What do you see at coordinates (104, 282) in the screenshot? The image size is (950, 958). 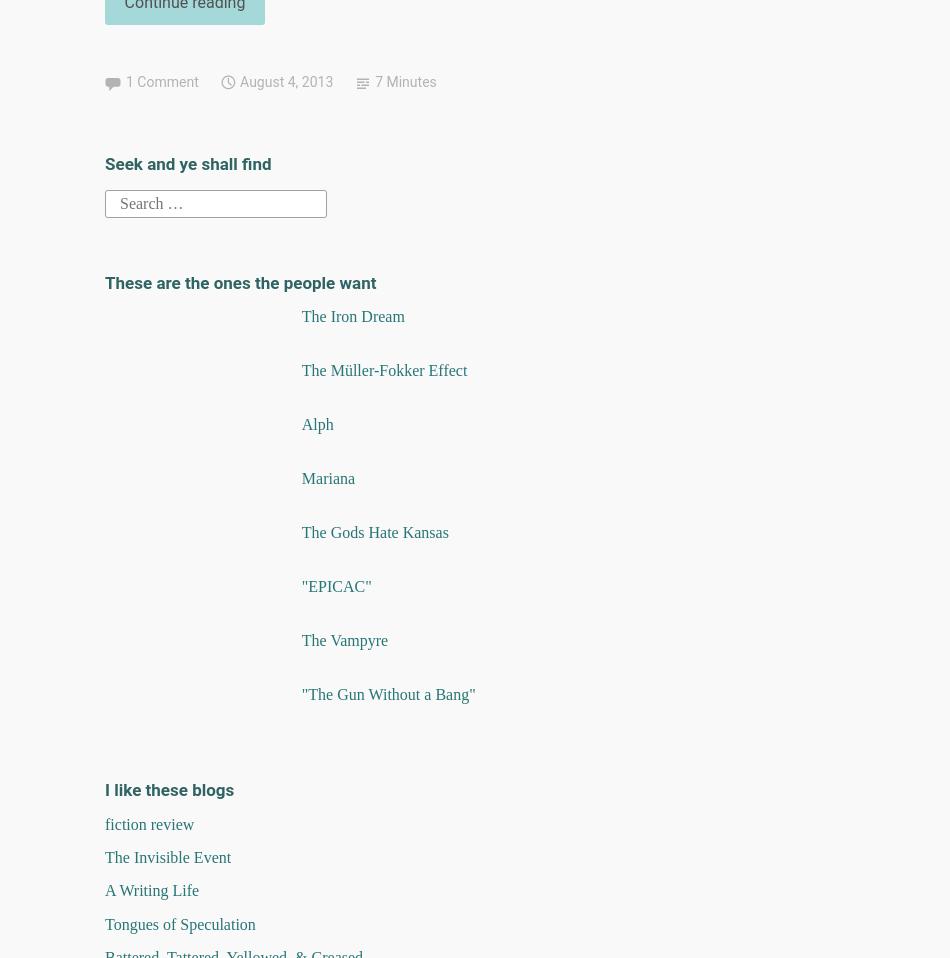 I see `'These are the ones the people want'` at bounding box center [104, 282].